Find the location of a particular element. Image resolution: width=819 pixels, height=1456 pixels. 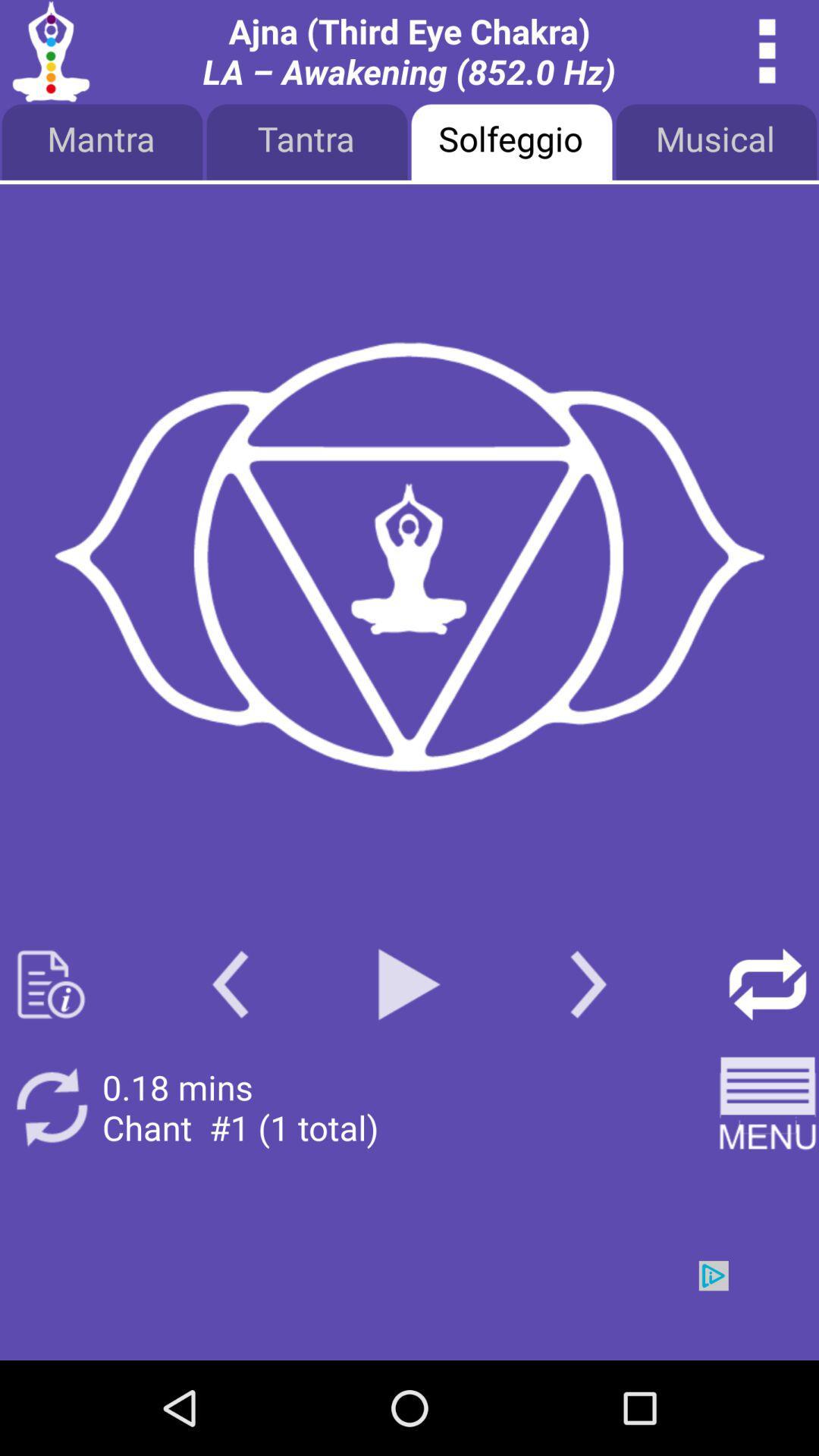

see details is located at coordinates (767, 51).